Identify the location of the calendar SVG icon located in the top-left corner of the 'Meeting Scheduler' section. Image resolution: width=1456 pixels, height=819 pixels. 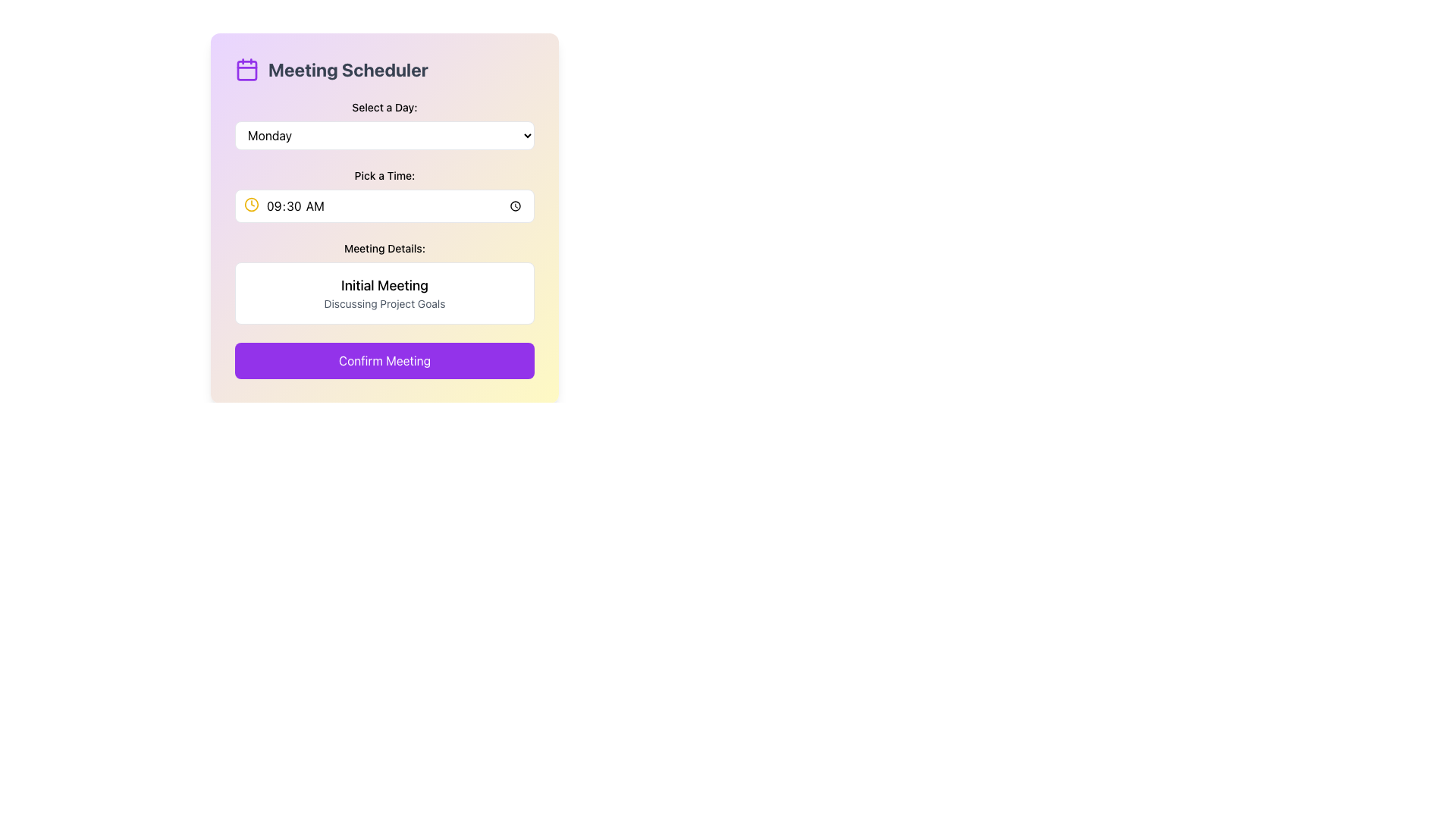
(247, 70).